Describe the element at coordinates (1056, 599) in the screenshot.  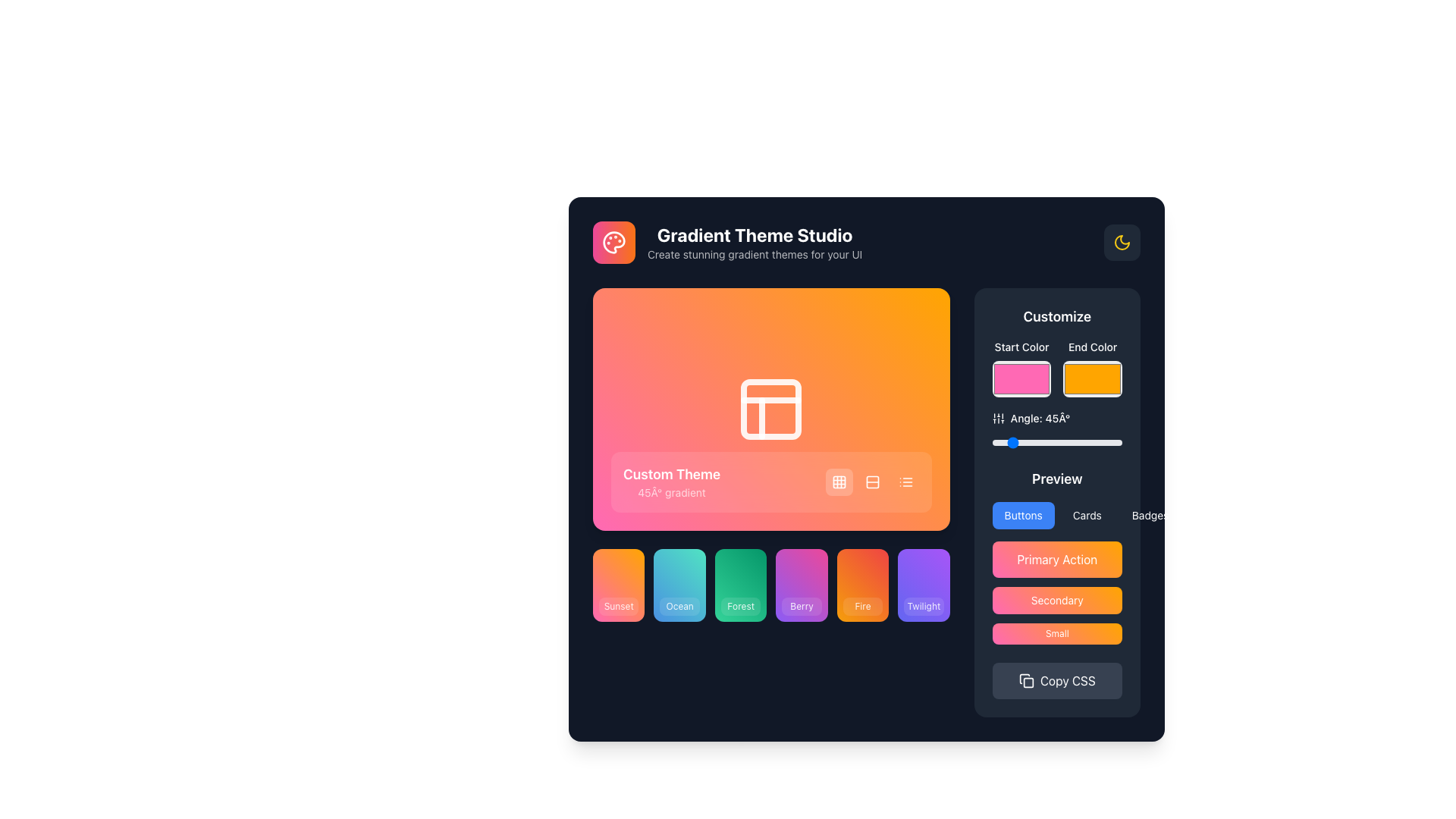
I see `the middle button in the vertically stacked group of three buttons located in the 'Preview' section` at that location.